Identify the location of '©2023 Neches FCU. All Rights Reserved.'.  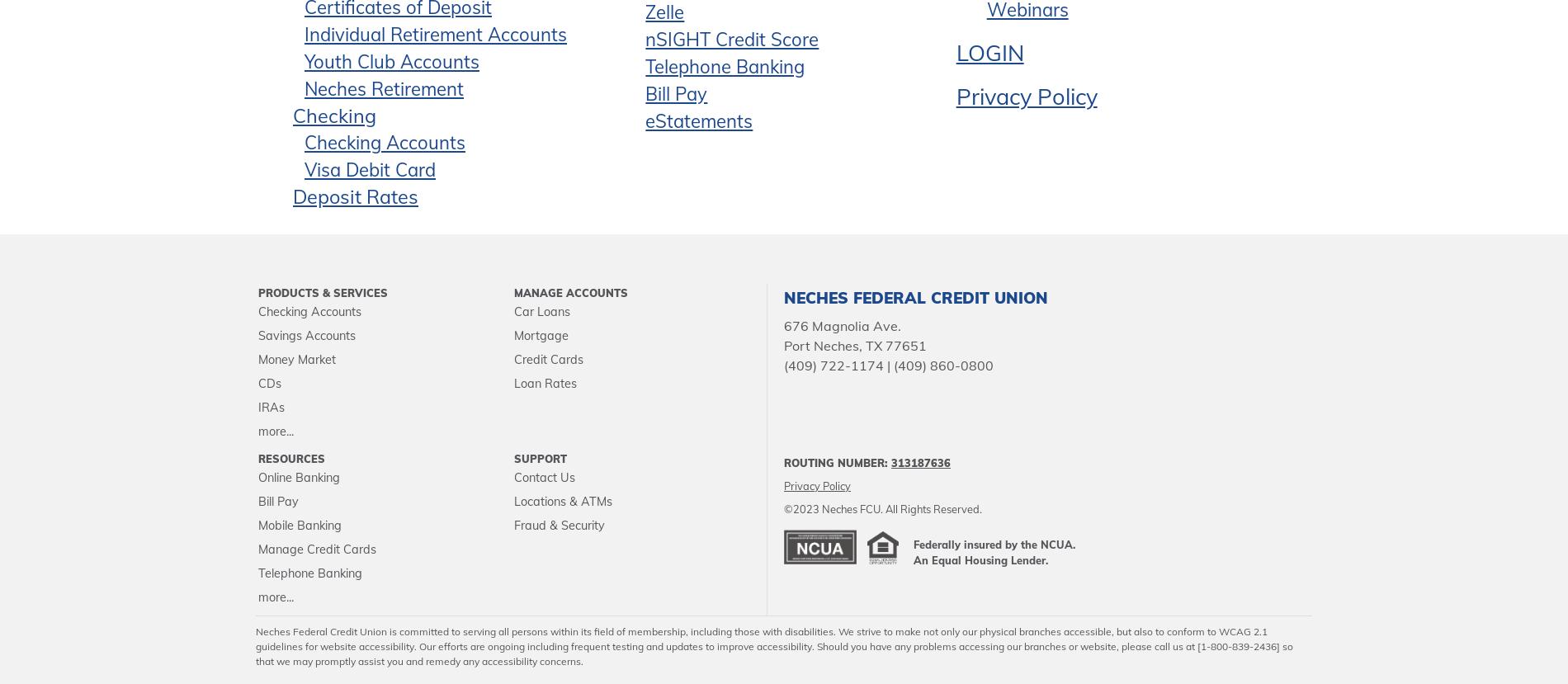
(883, 509).